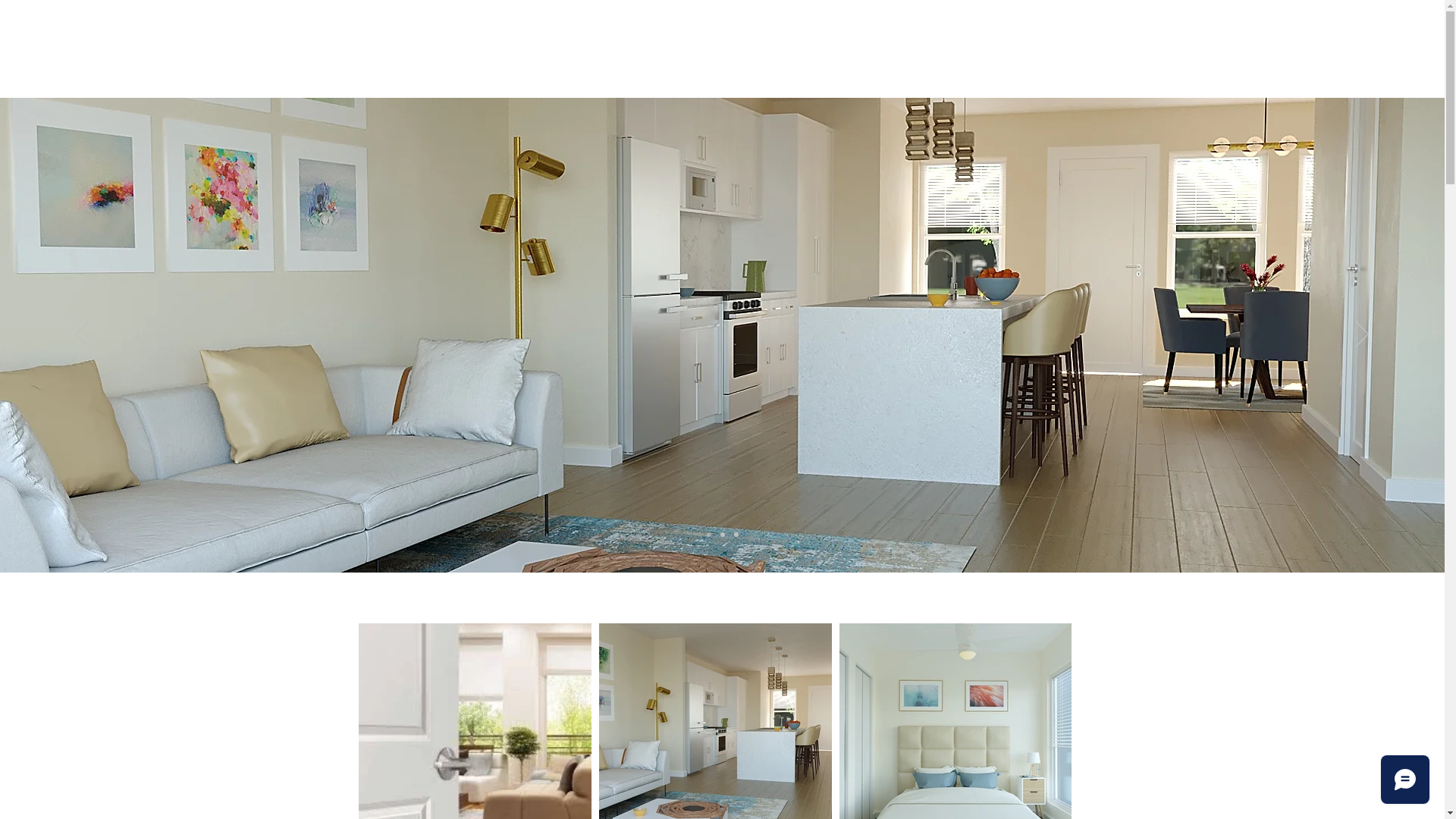 The width and height of the screenshot is (1456, 819). Describe the element at coordinates (412, 79) in the screenshot. I see `'HOME'` at that location.